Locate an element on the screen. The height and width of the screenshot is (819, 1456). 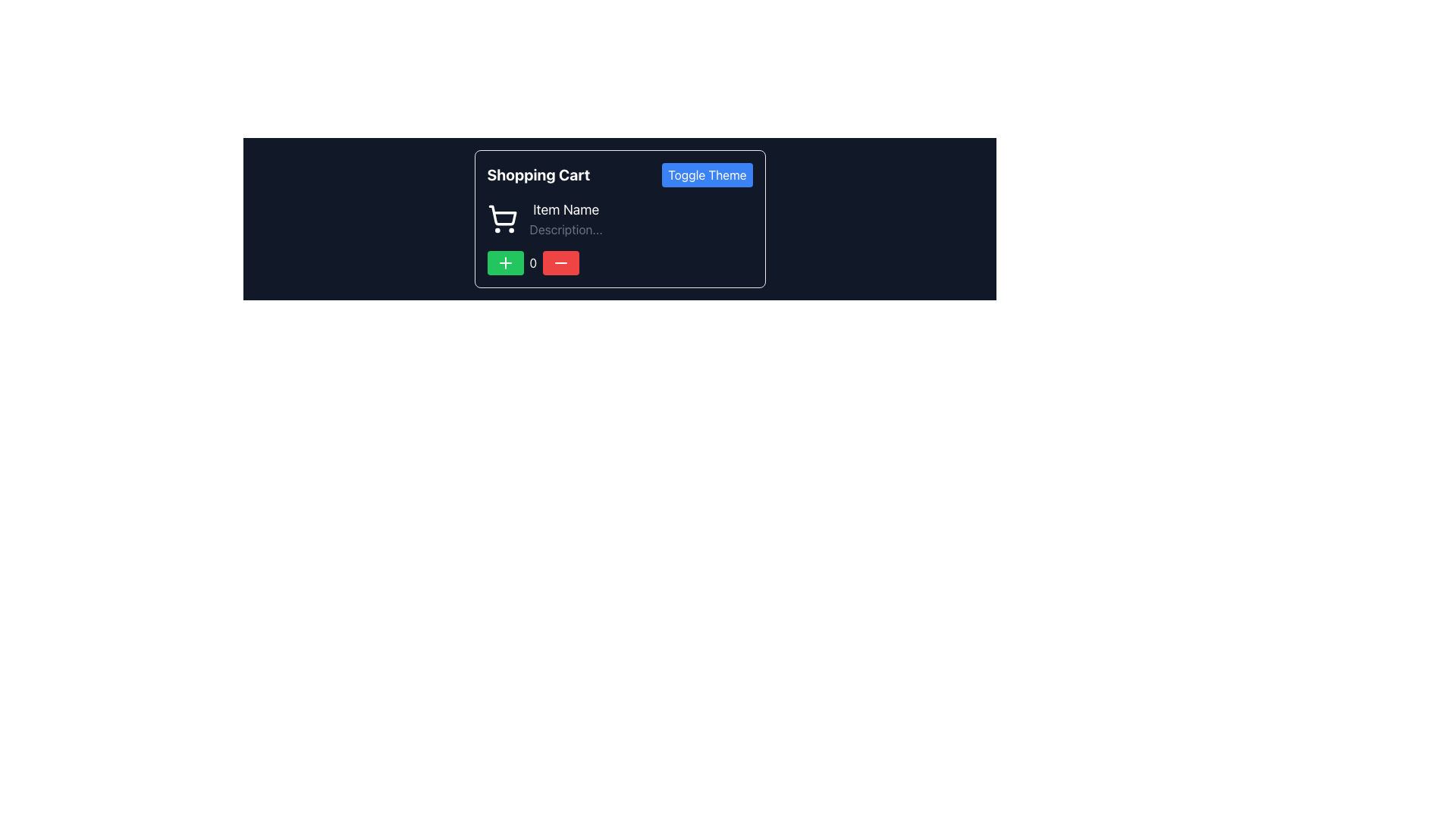
the text block displaying the name and description of an item within the 'Shopping Cart' section, located to the right of the shopping cart icon is located at coordinates (565, 219).